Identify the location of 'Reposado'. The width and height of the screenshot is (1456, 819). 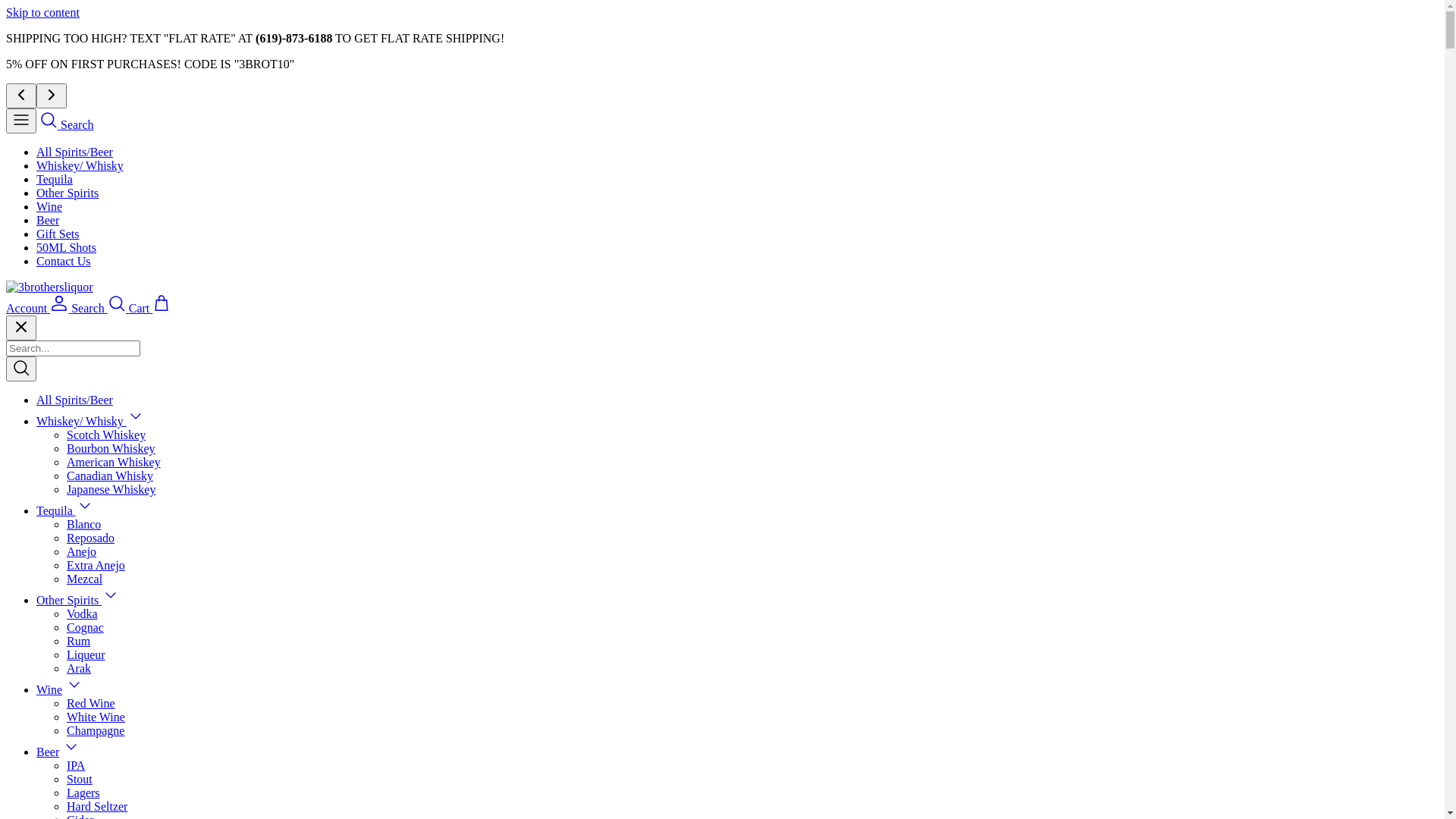
(89, 537).